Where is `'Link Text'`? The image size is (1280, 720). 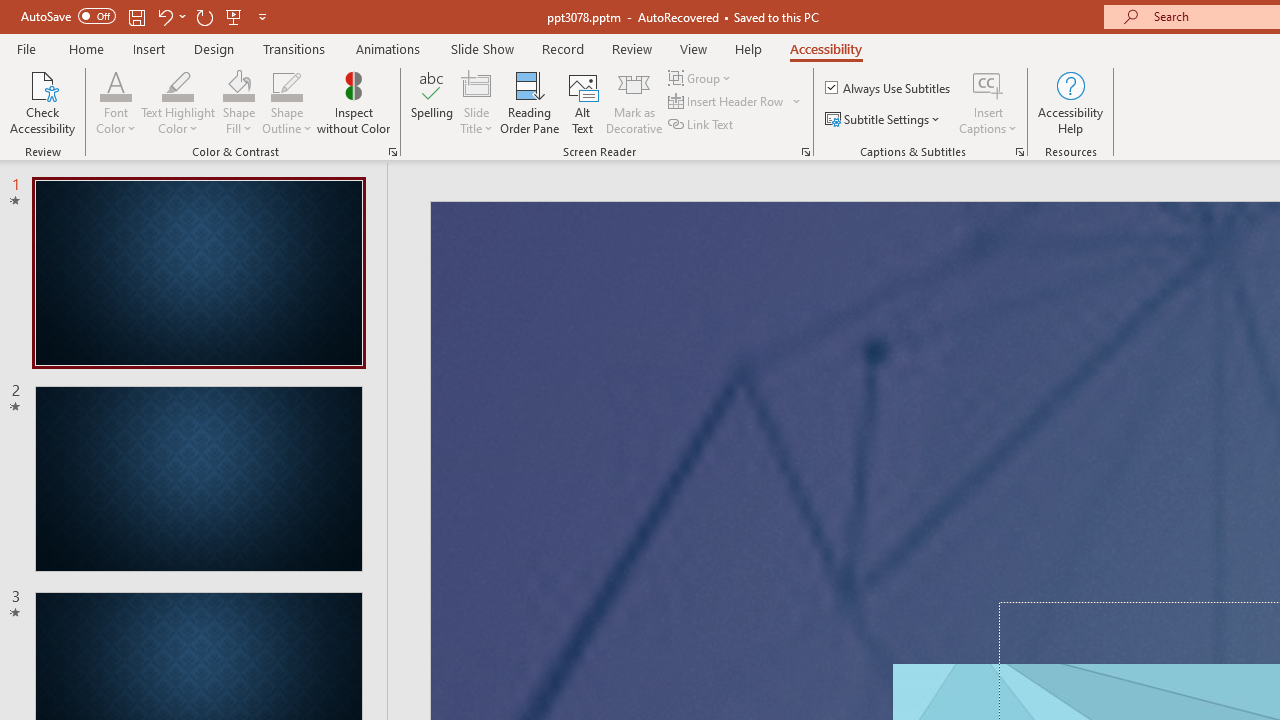
'Link Text' is located at coordinates (702, 124).